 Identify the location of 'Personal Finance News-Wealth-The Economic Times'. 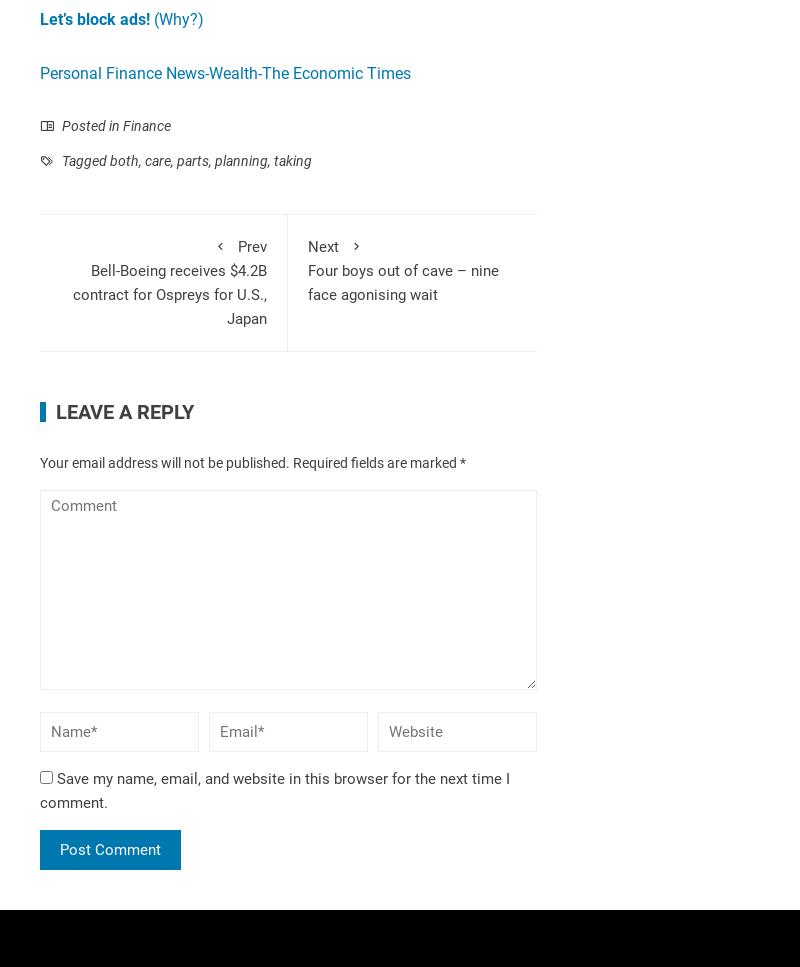
(225, 71).